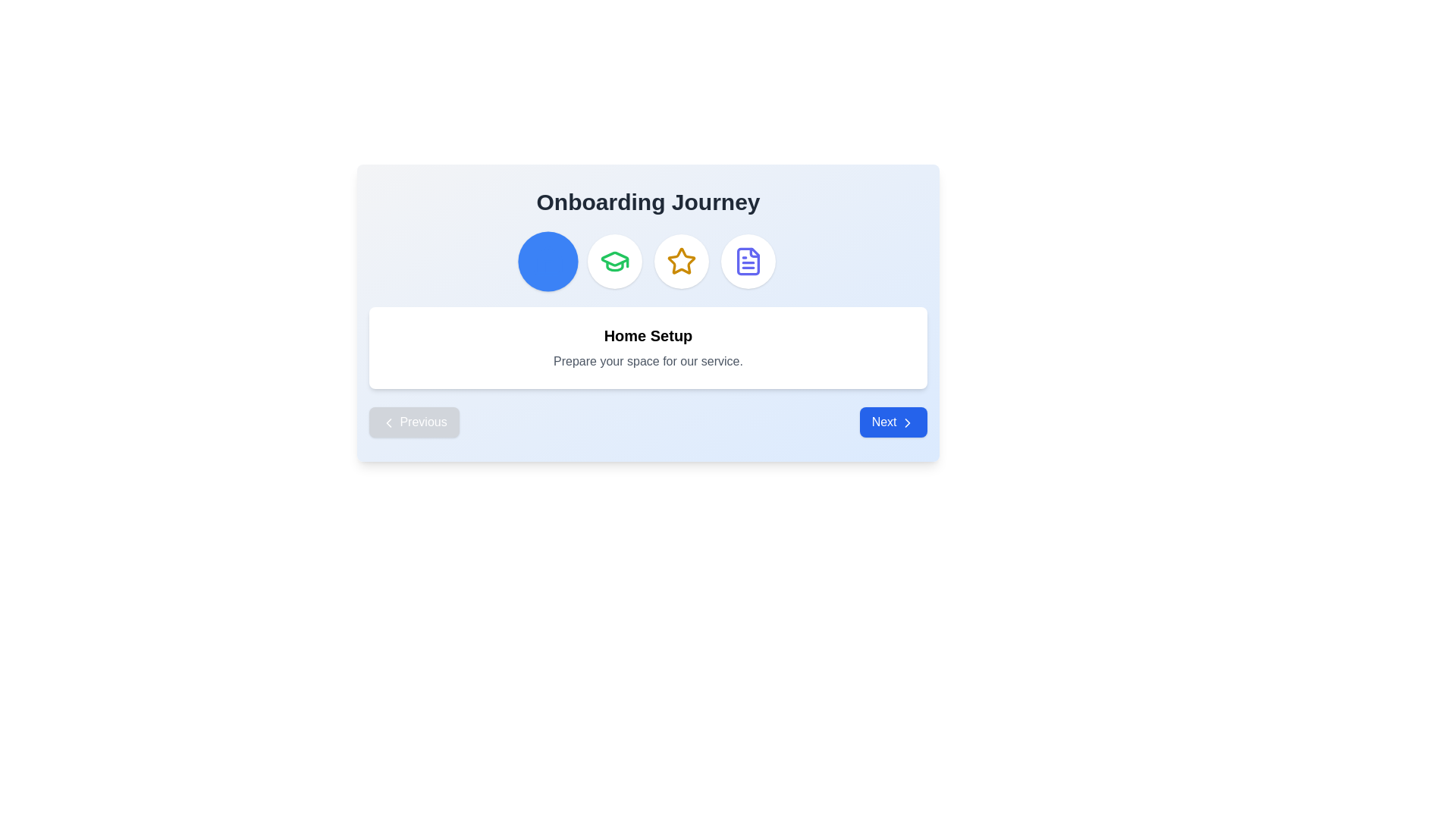  Describe the element at coordinates (548, 260) in the screenshot. I see `the leftmost circular button related to the 'Home Setup' step in the onboarding process` at that location.